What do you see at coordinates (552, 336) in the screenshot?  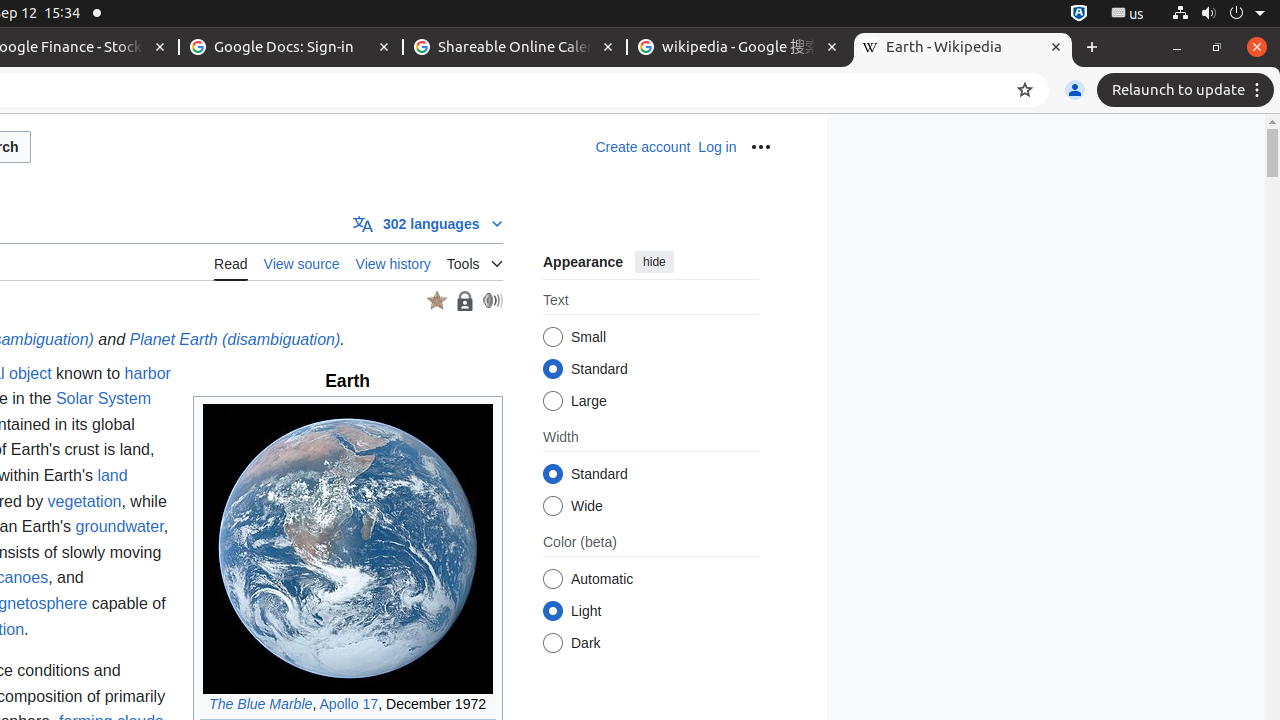 I see `'Small'` at bounding box center [552, 336].